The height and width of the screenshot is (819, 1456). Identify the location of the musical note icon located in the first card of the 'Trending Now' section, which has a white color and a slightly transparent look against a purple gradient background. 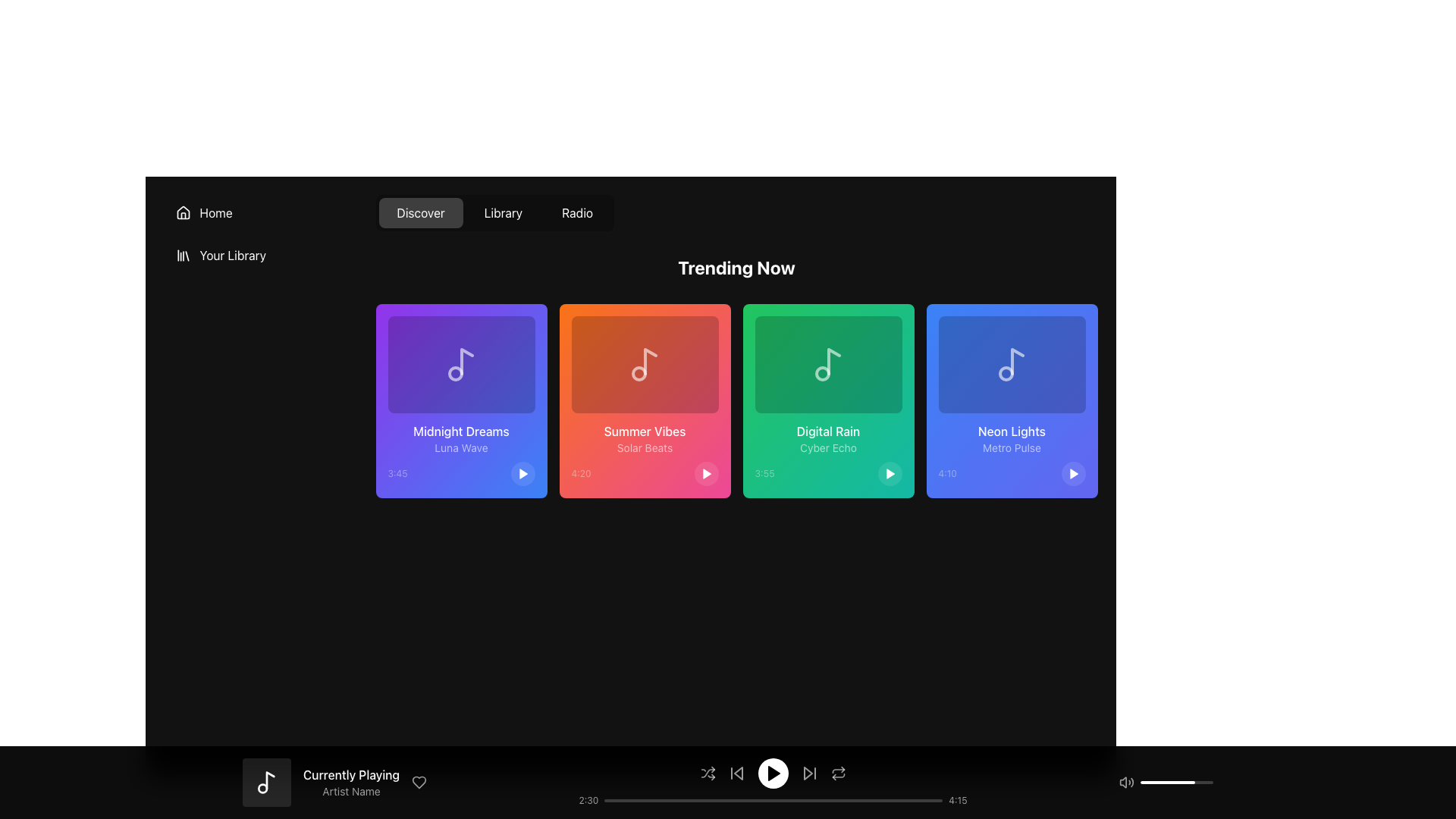
(460, 365).